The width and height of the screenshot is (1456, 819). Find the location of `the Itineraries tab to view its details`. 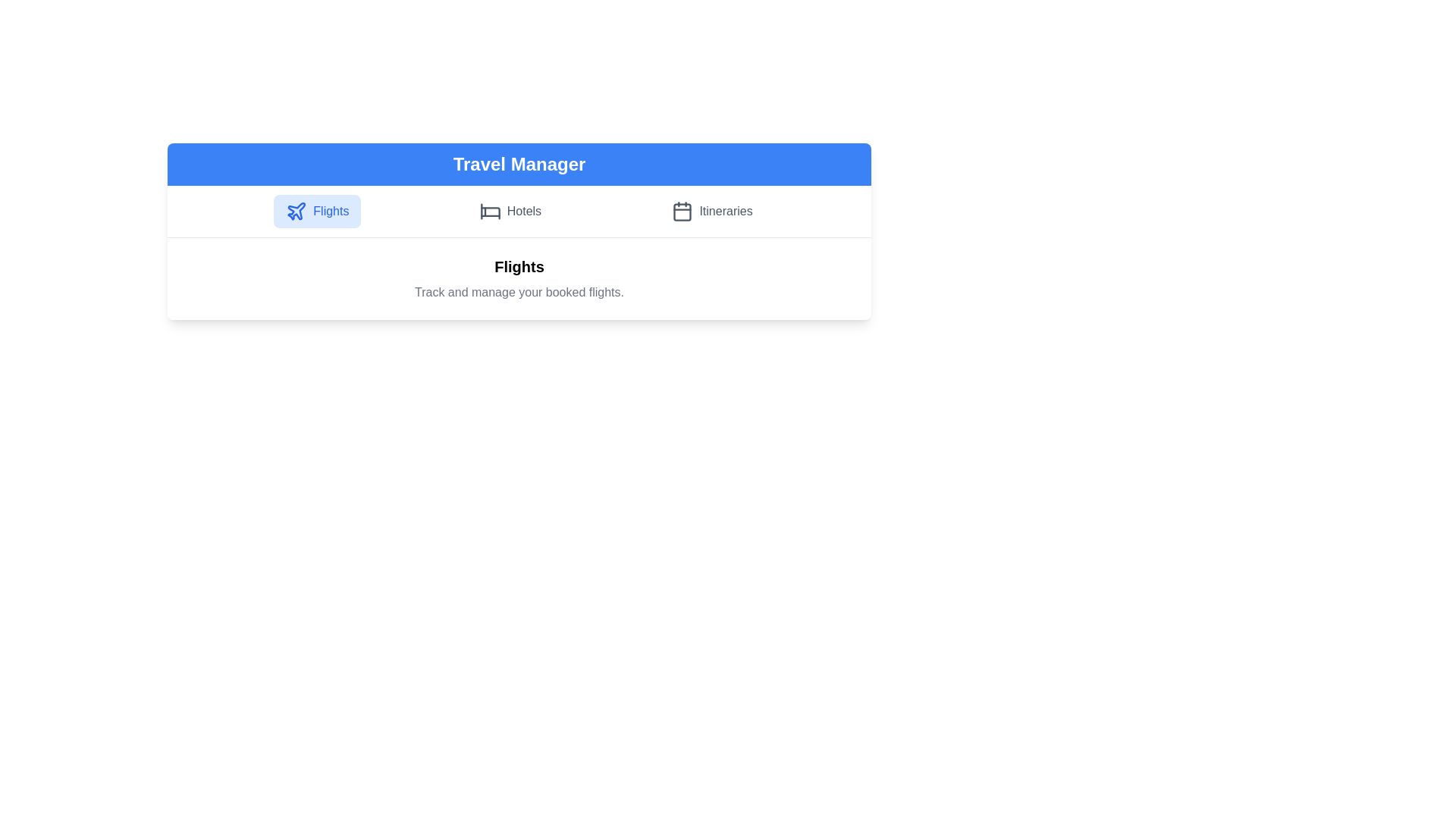

the Itineraries tab to view its details is located at coordinates (711, 211).